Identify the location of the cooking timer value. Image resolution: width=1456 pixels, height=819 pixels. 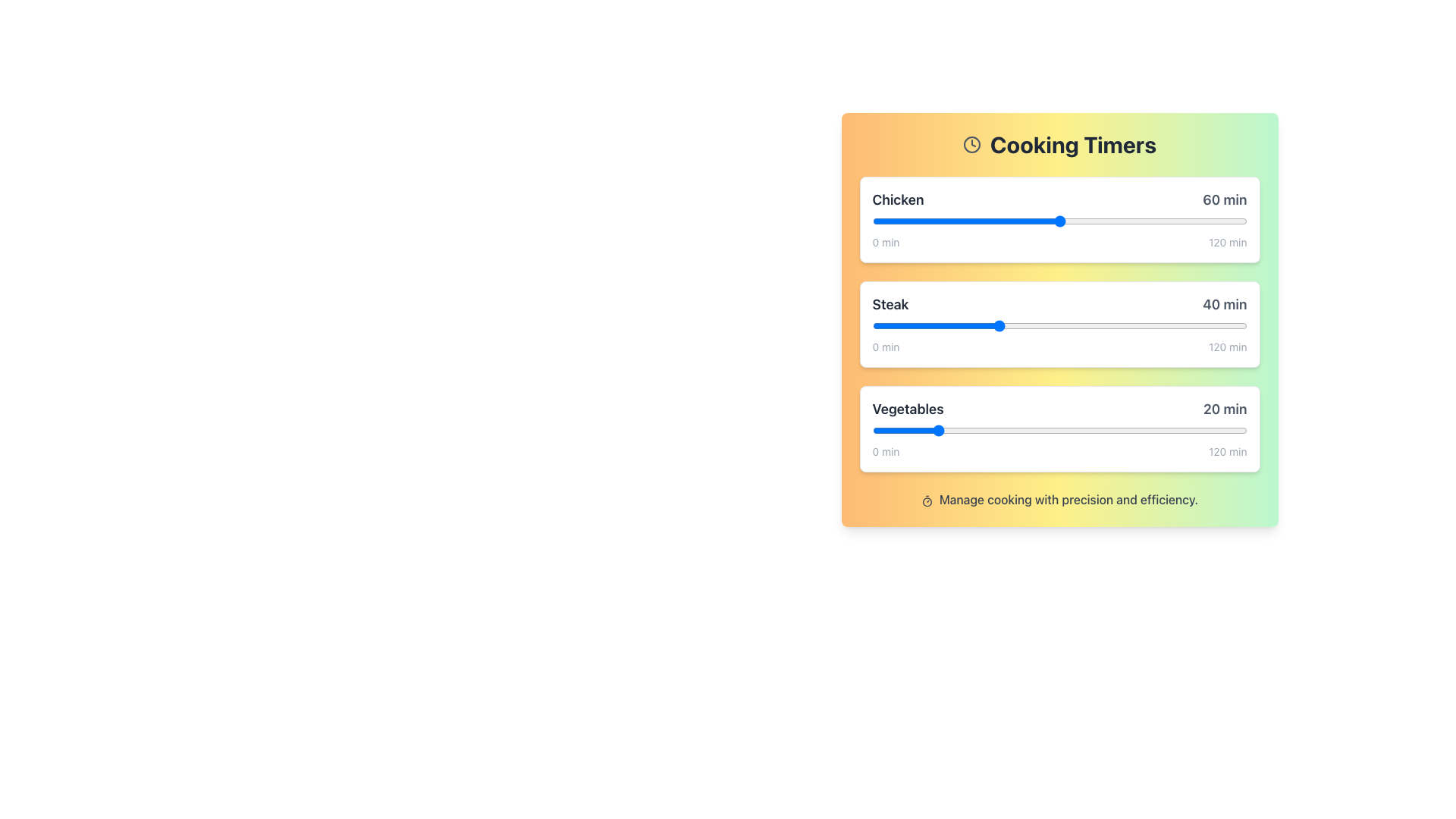
(1216, 221).